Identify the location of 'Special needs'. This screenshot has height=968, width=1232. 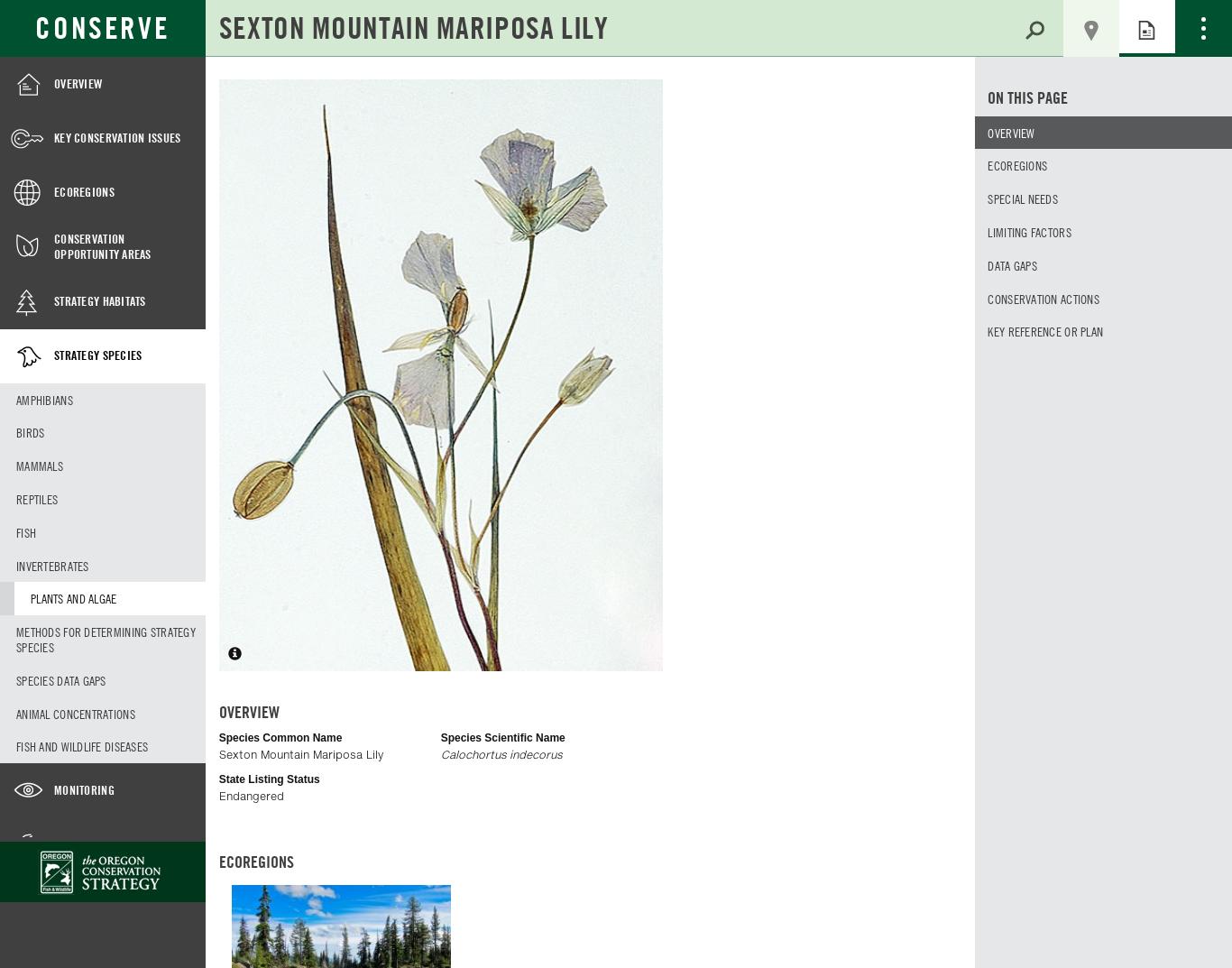
(1022, 198).